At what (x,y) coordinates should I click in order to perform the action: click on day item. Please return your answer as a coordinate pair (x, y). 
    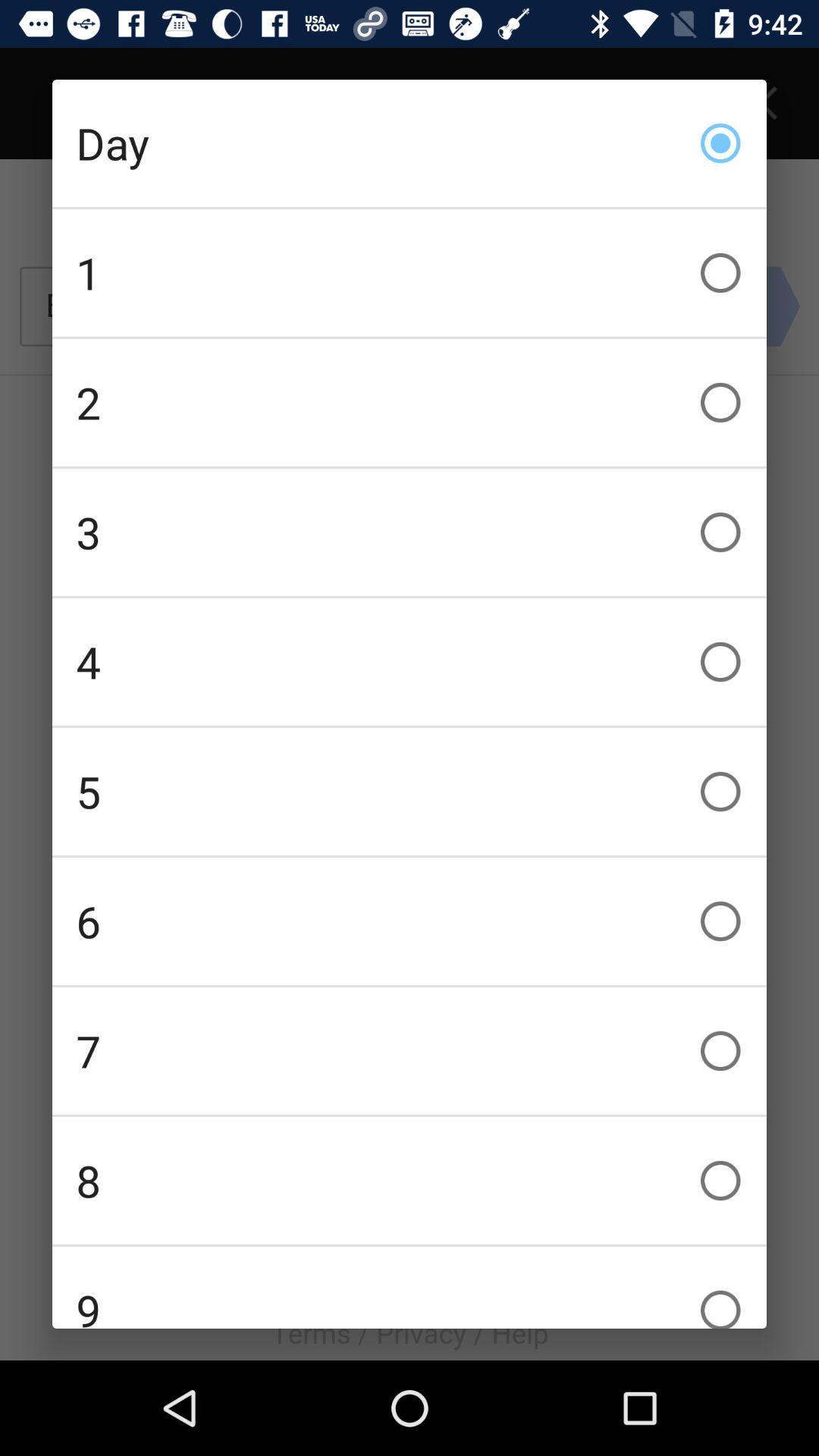
    Looking at the image, I should click on (409, 143).